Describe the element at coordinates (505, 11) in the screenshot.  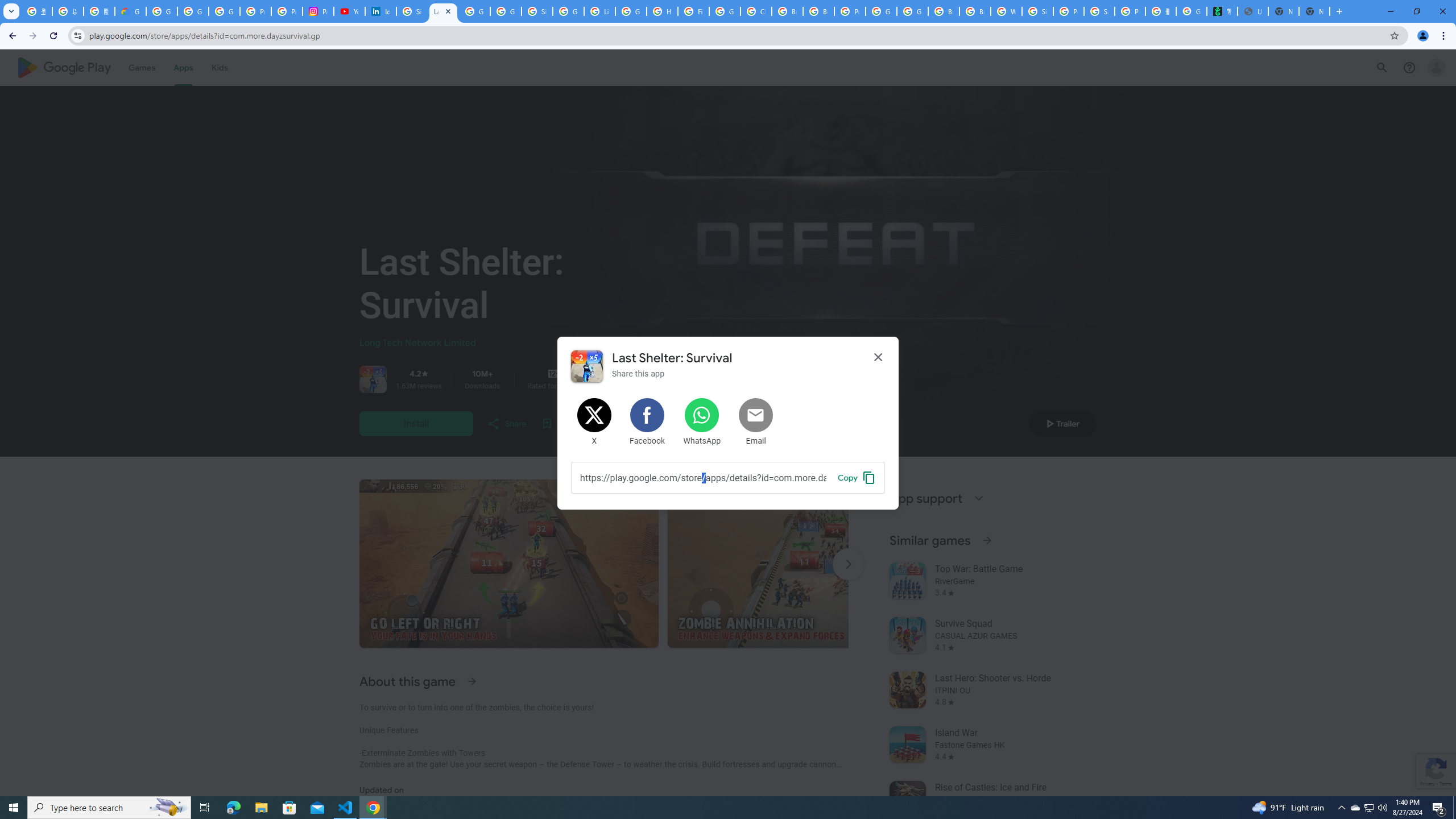
I see `'Google Workspace - Specific Terms'` at that location.